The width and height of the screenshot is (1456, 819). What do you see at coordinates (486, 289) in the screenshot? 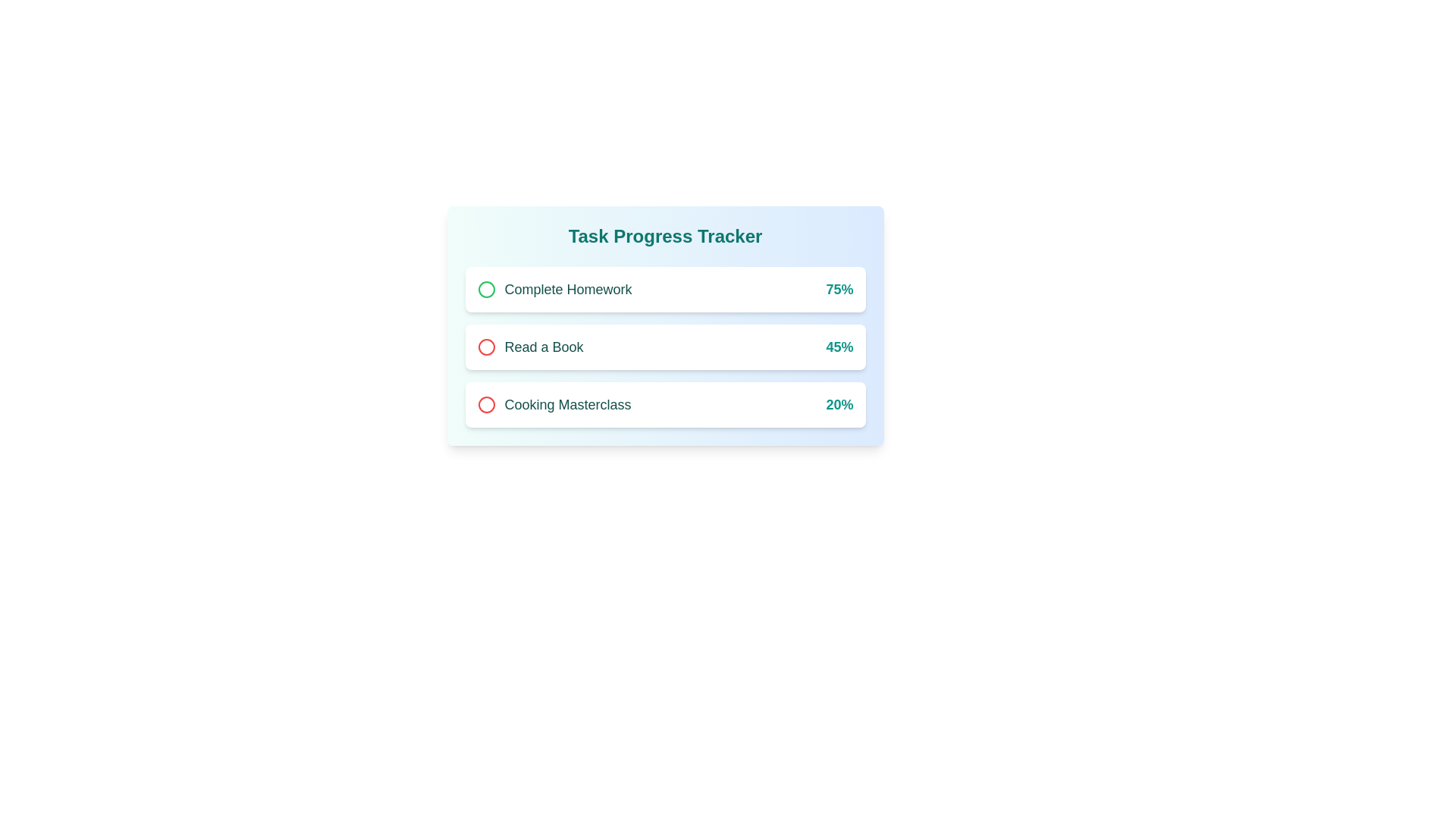
I see `the circular outline of the 'Complete Homework' task item in the task progress tracker interface` at bounding box center [486, 289].